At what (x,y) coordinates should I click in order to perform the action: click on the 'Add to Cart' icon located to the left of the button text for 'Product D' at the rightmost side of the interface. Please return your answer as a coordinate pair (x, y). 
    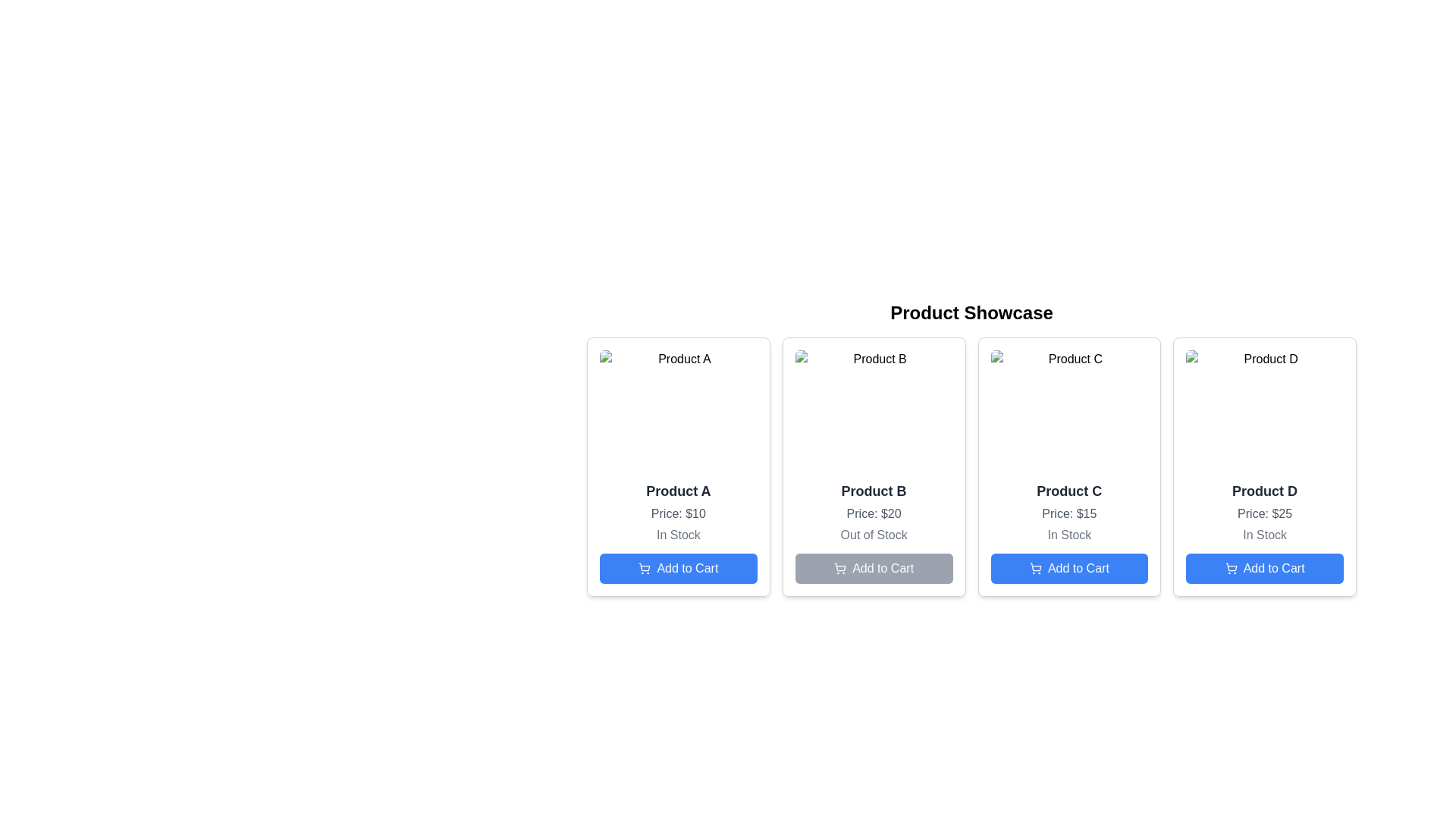
    Looking at the image, I should click on (1231, 568).